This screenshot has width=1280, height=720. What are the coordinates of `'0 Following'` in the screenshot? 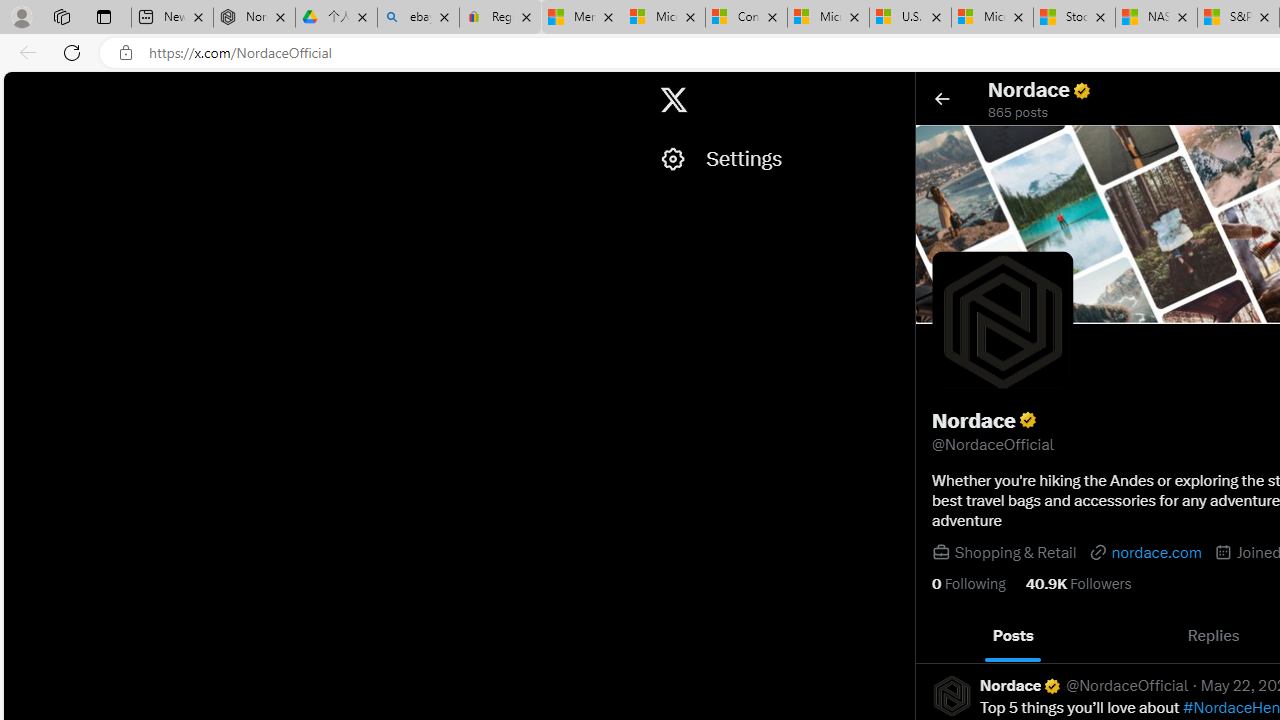 It's located at (968, 583).